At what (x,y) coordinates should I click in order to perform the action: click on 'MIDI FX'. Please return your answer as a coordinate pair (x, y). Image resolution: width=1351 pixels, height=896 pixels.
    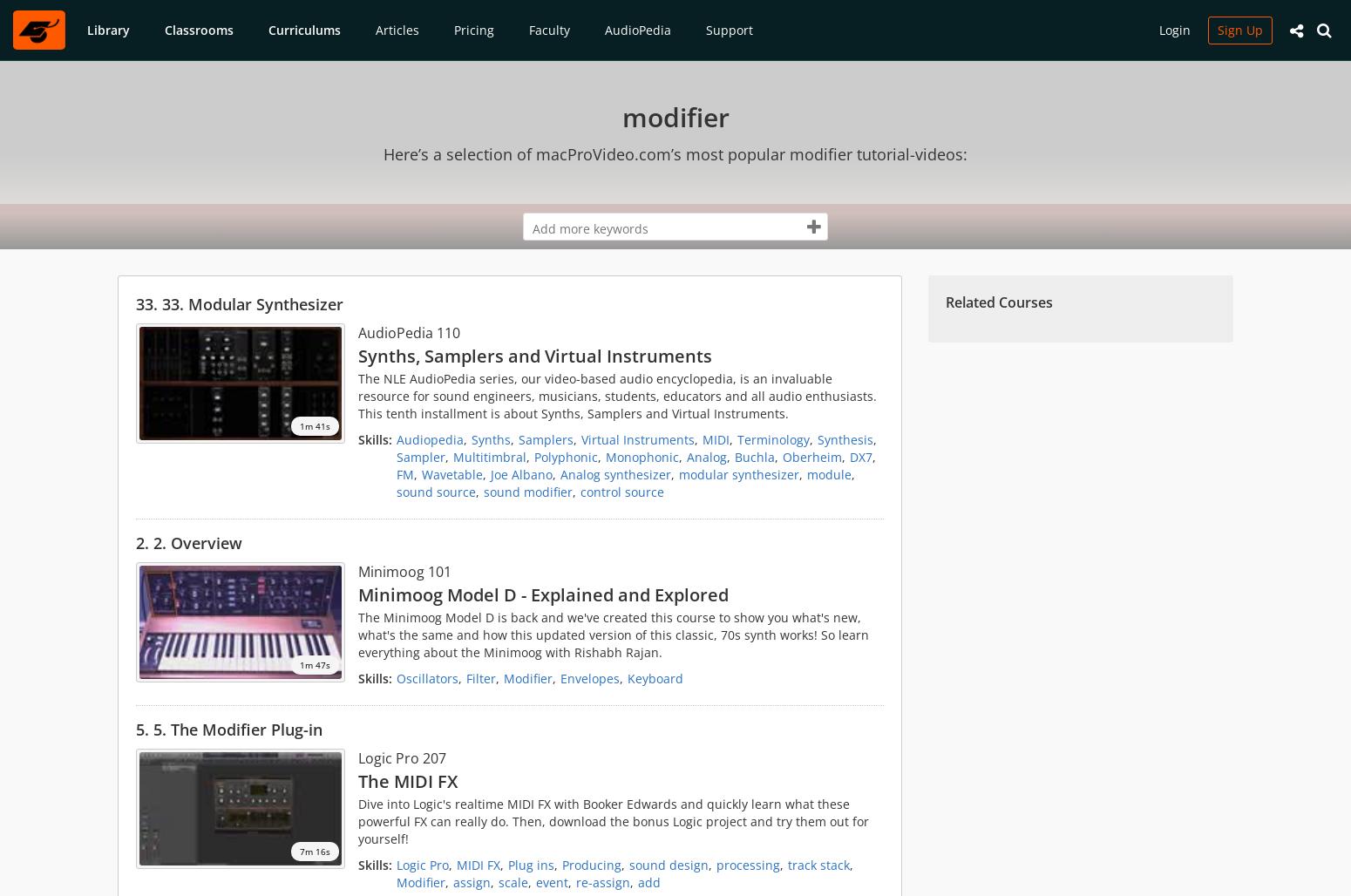
    Looking at the image, I should click on (456, 864).